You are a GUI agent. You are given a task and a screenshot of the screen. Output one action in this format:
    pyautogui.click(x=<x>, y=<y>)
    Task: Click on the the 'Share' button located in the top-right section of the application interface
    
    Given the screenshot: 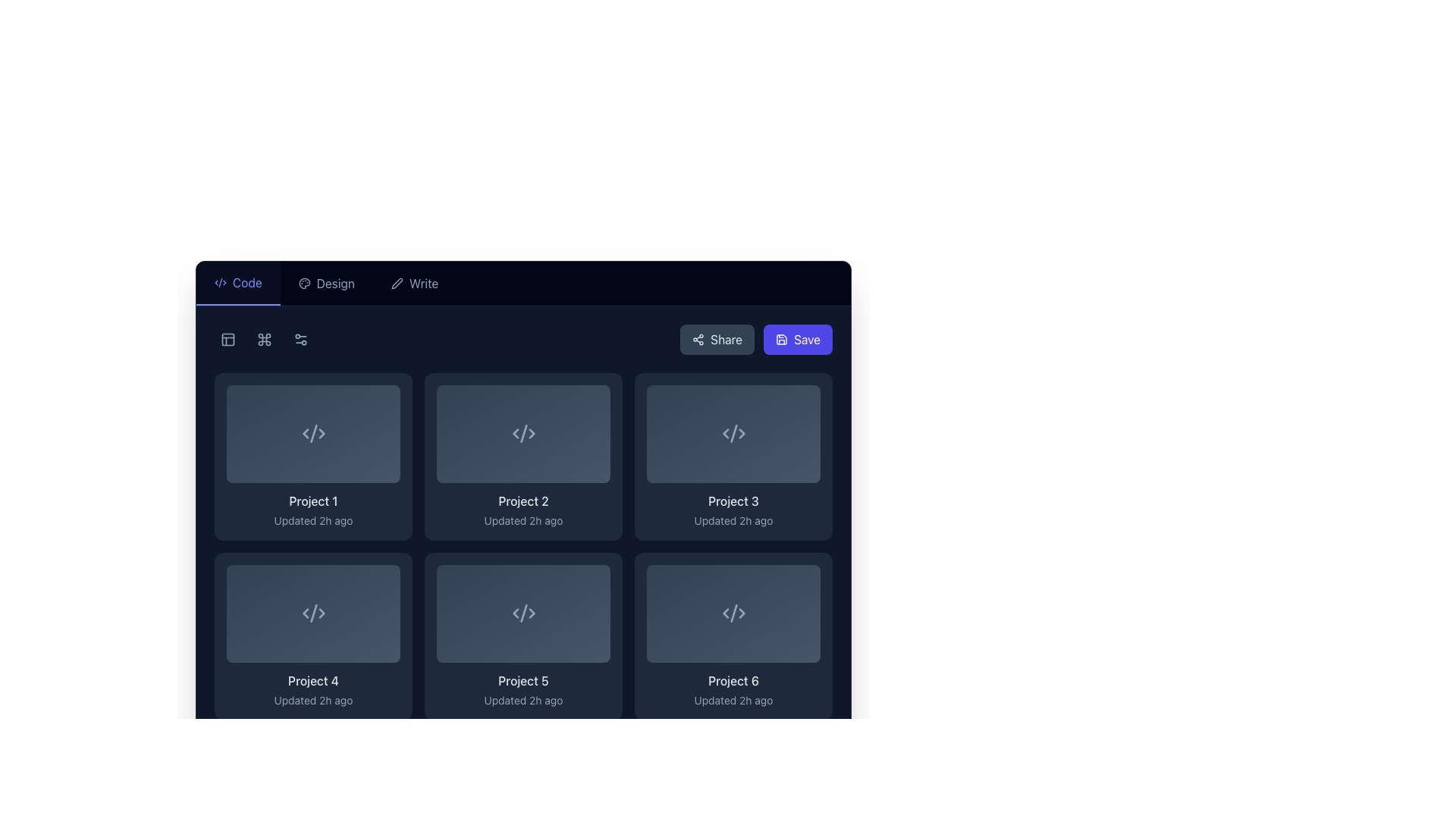 What is the action you would take?
    pyautogui.click(x=726, y=338)
    